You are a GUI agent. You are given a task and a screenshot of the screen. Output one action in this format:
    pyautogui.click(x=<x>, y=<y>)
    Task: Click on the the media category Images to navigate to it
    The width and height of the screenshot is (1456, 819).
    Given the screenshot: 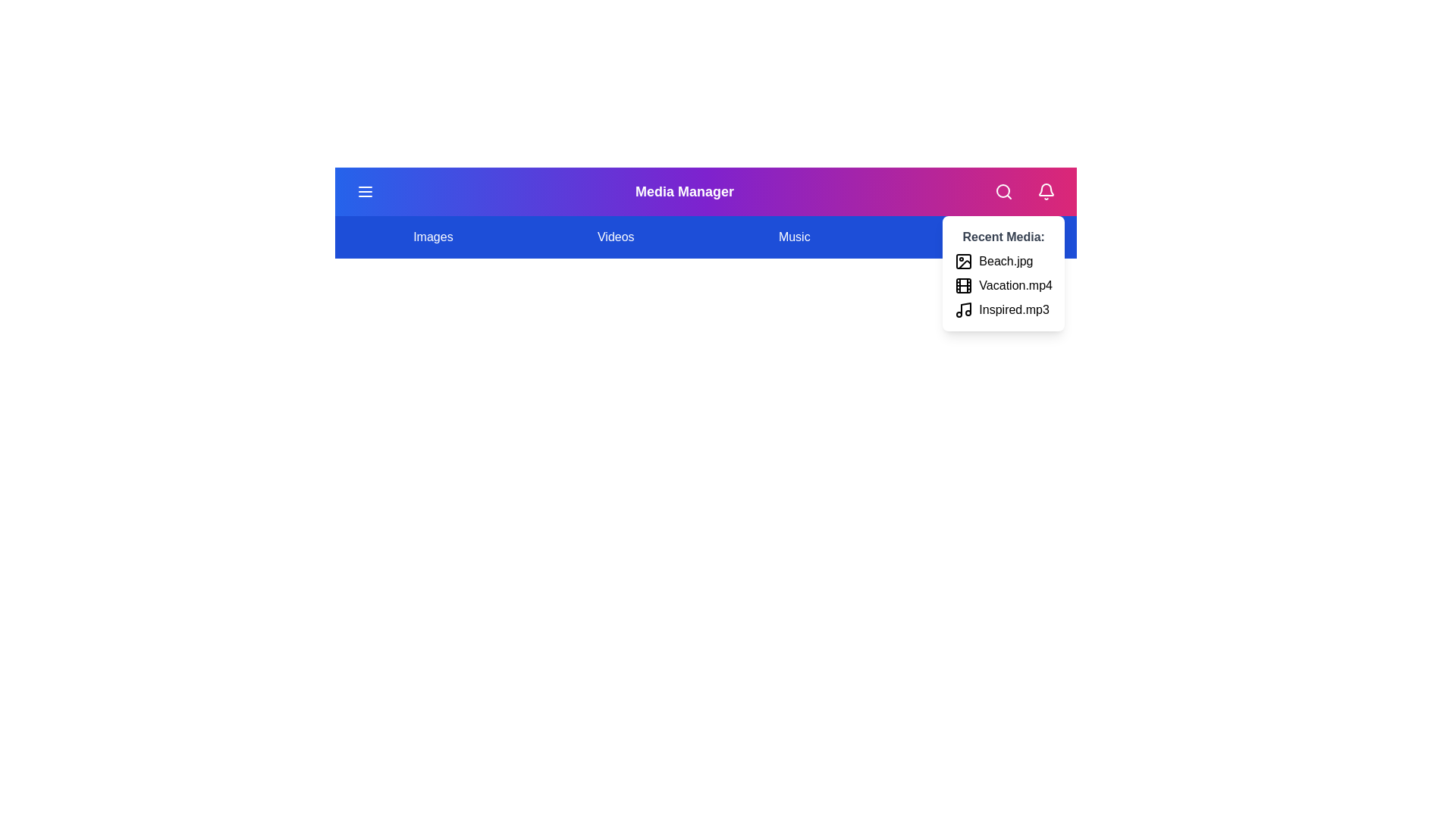 What is the action you would take?
    pyautogui.click(x=432, y=237)
    